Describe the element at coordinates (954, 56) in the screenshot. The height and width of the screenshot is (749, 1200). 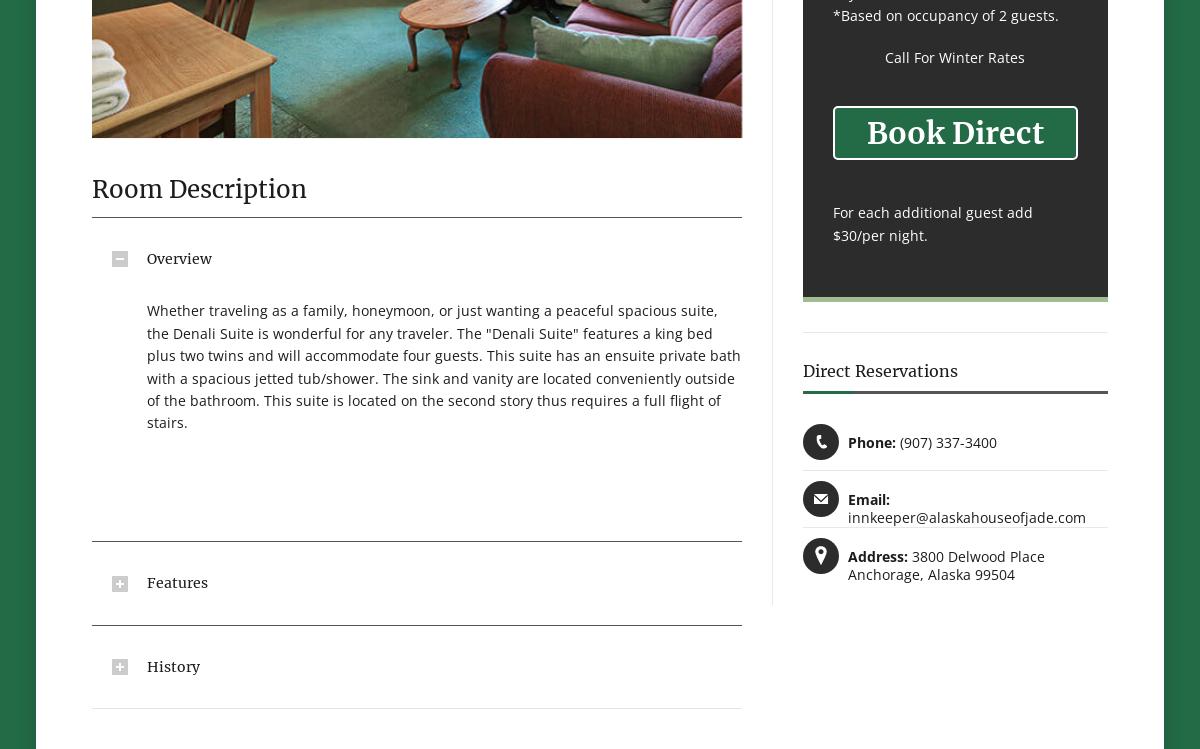
I see `'Call For Winter Rates'` at that location.